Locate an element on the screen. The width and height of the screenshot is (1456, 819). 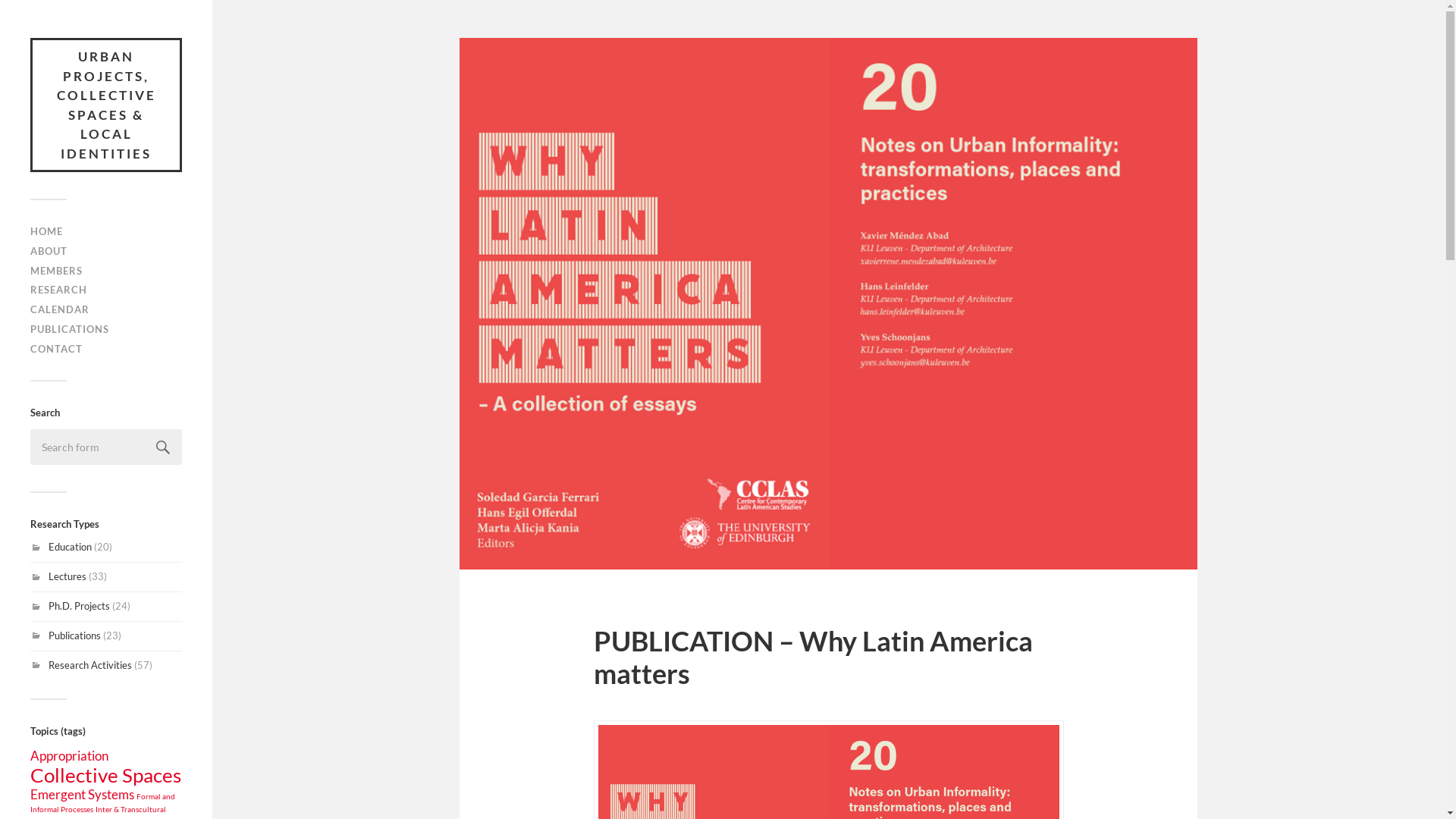
'CALENDAR' is located at coordinates (59, 309).